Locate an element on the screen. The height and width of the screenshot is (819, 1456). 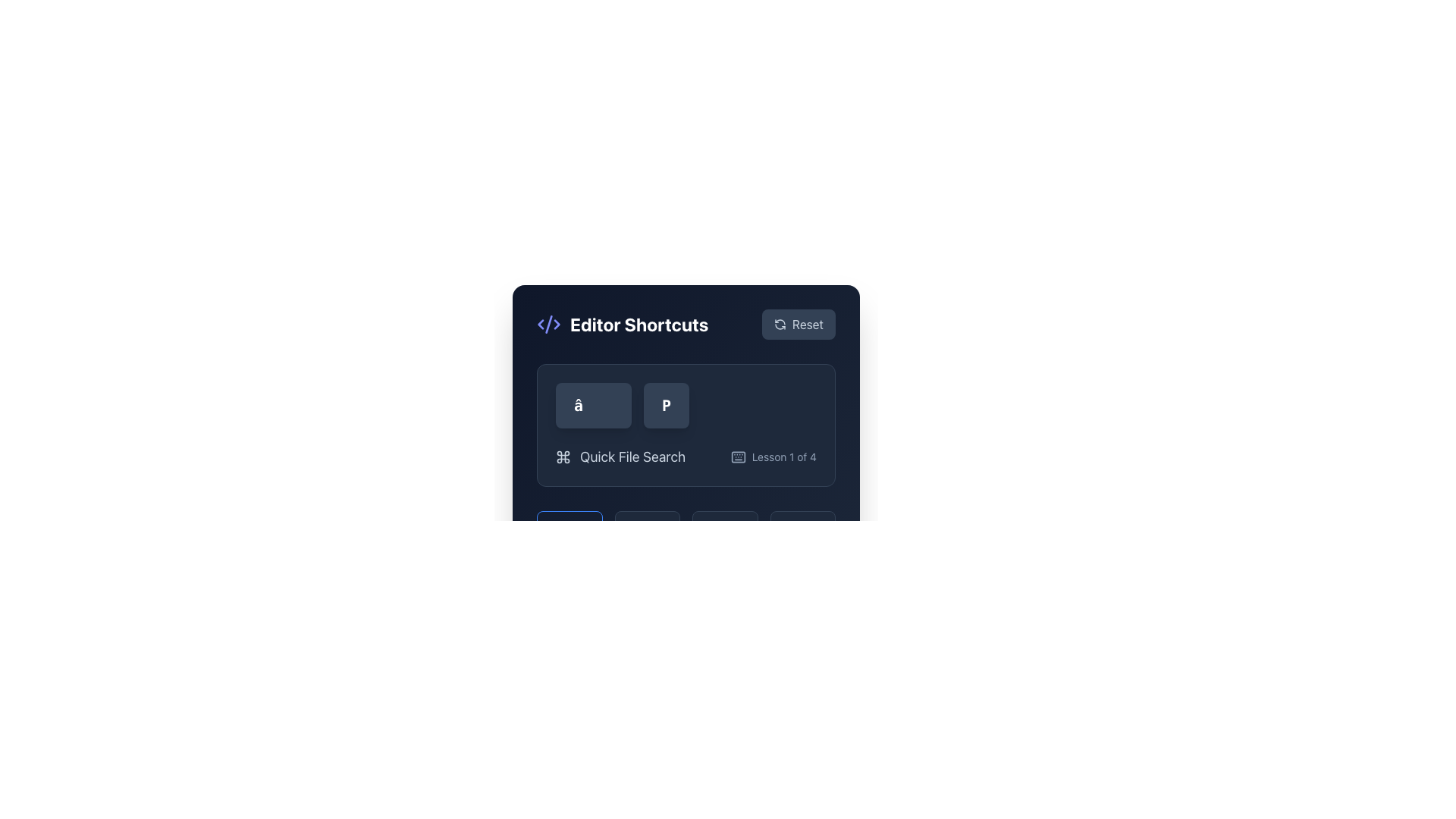
the 'Editor Shortcuts' text label, which is prominently displayed in bold white font in the UI, located slightly to the right of a code icon and centered horizontally within its section is located at coordinates (639, 324).